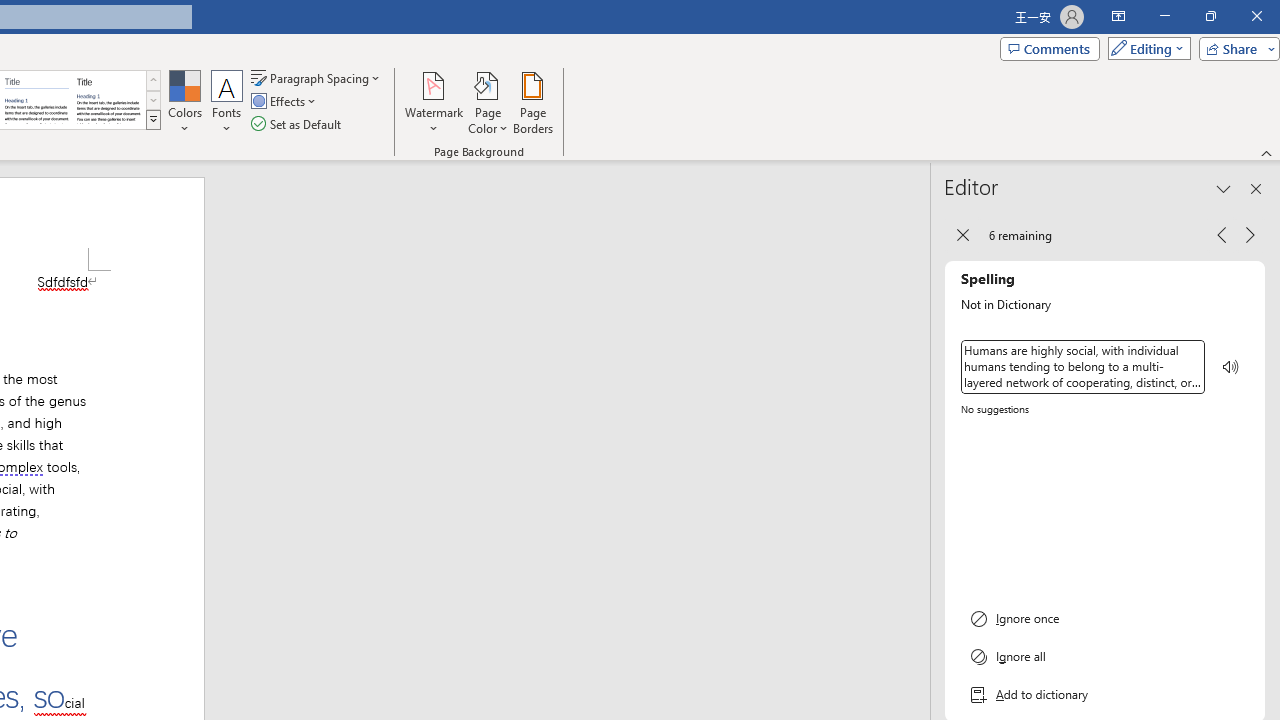 This screenshot has width=1280, height=720. Describe the element at coordinates (107, 100) in the screenshot. I see `'Word 2013'` at that location.